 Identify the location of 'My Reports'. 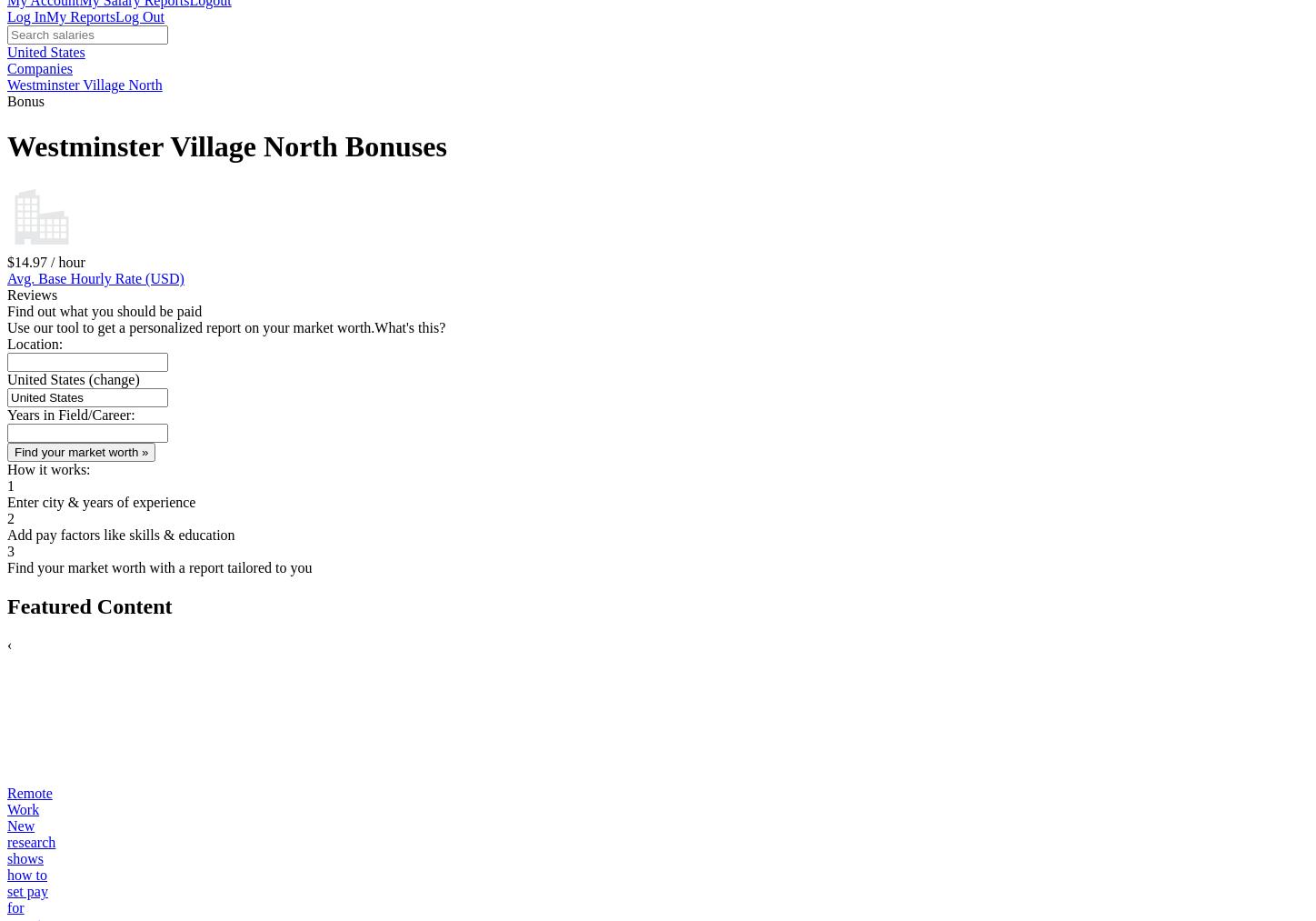
(81, 15).